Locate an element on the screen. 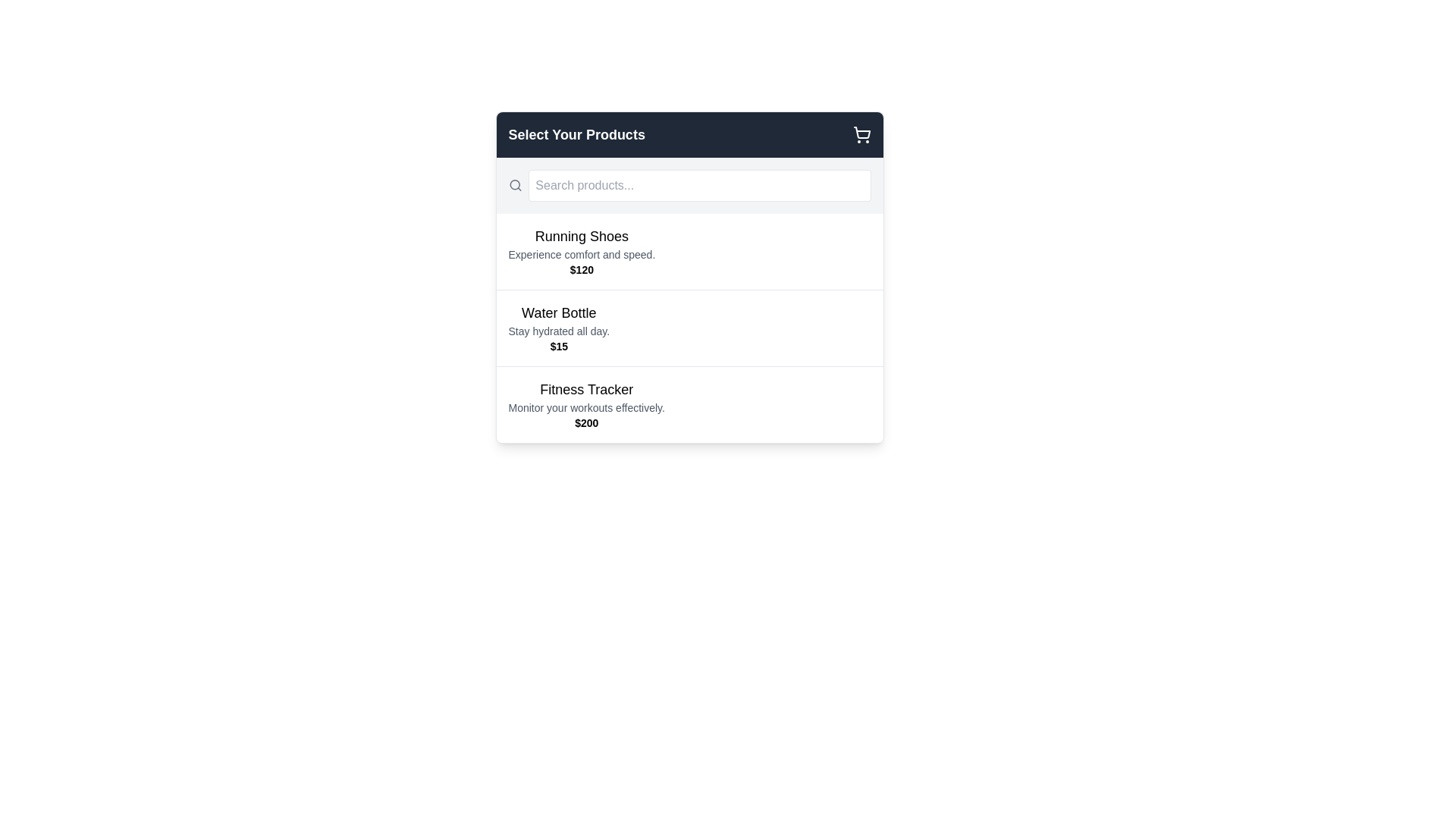 This screenshot has width=1456, height=819. the price text label of the product 'Running Shoes' that is centrally aligned below the descriptive text 'Experience comfort and speed.' is located at coordinates (581, 268).